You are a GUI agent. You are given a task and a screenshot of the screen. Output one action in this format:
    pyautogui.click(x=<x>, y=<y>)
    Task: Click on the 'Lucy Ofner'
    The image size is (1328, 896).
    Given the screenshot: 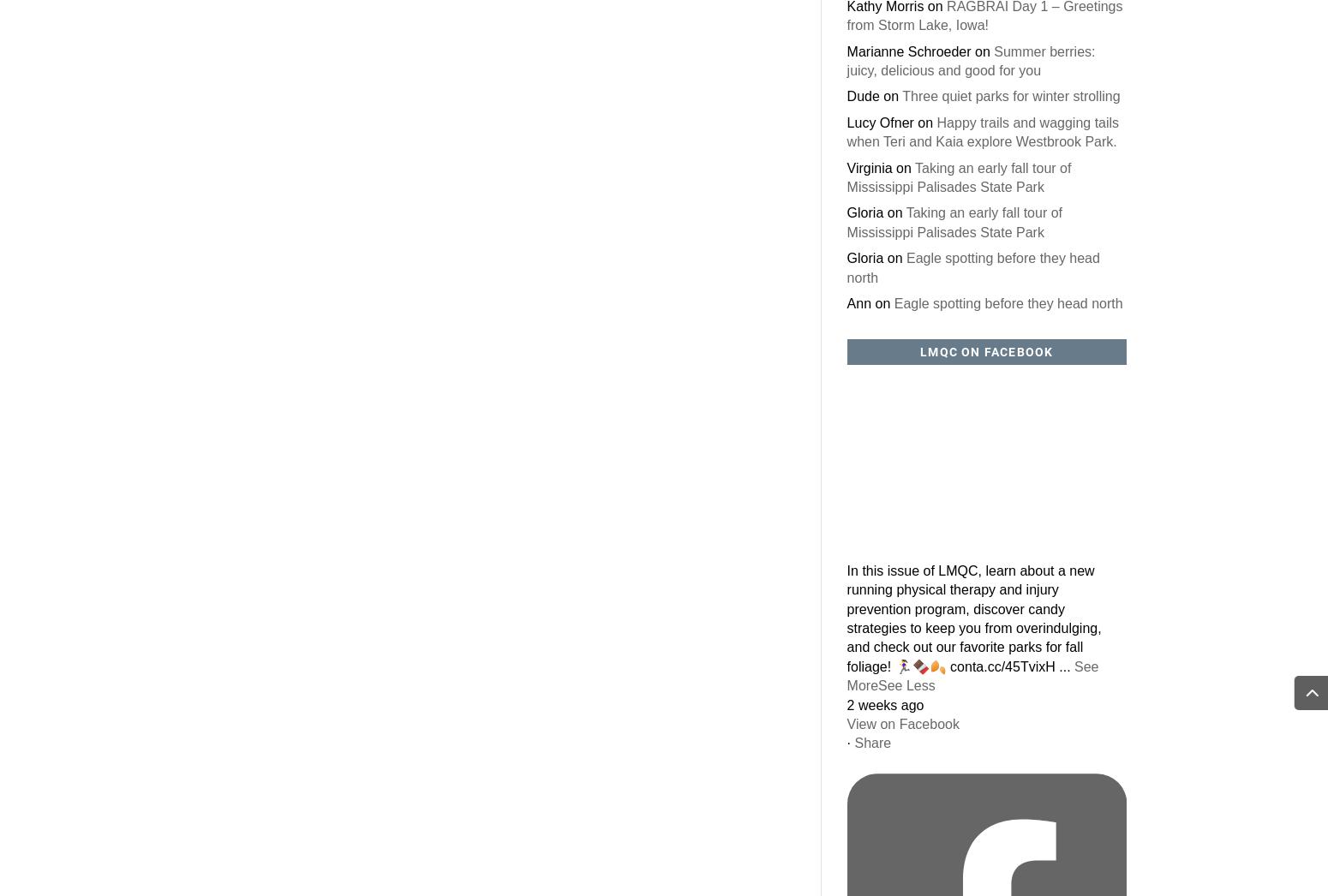 What is the action you would take?
    pyautogui.click(x=880, y=121)
    